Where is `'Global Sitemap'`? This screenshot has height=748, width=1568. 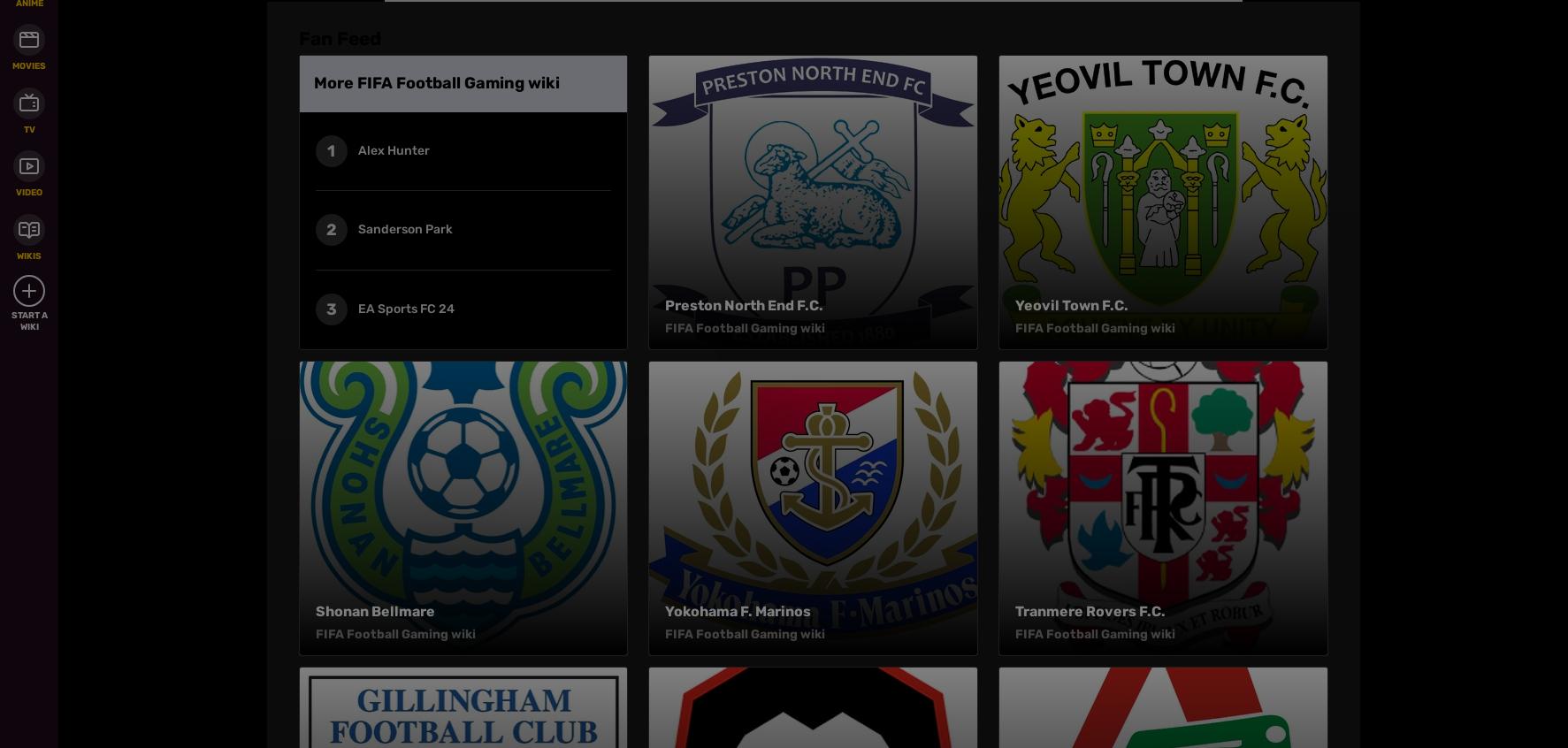
'Global Sitemap' is located at coordinates (642, 148).